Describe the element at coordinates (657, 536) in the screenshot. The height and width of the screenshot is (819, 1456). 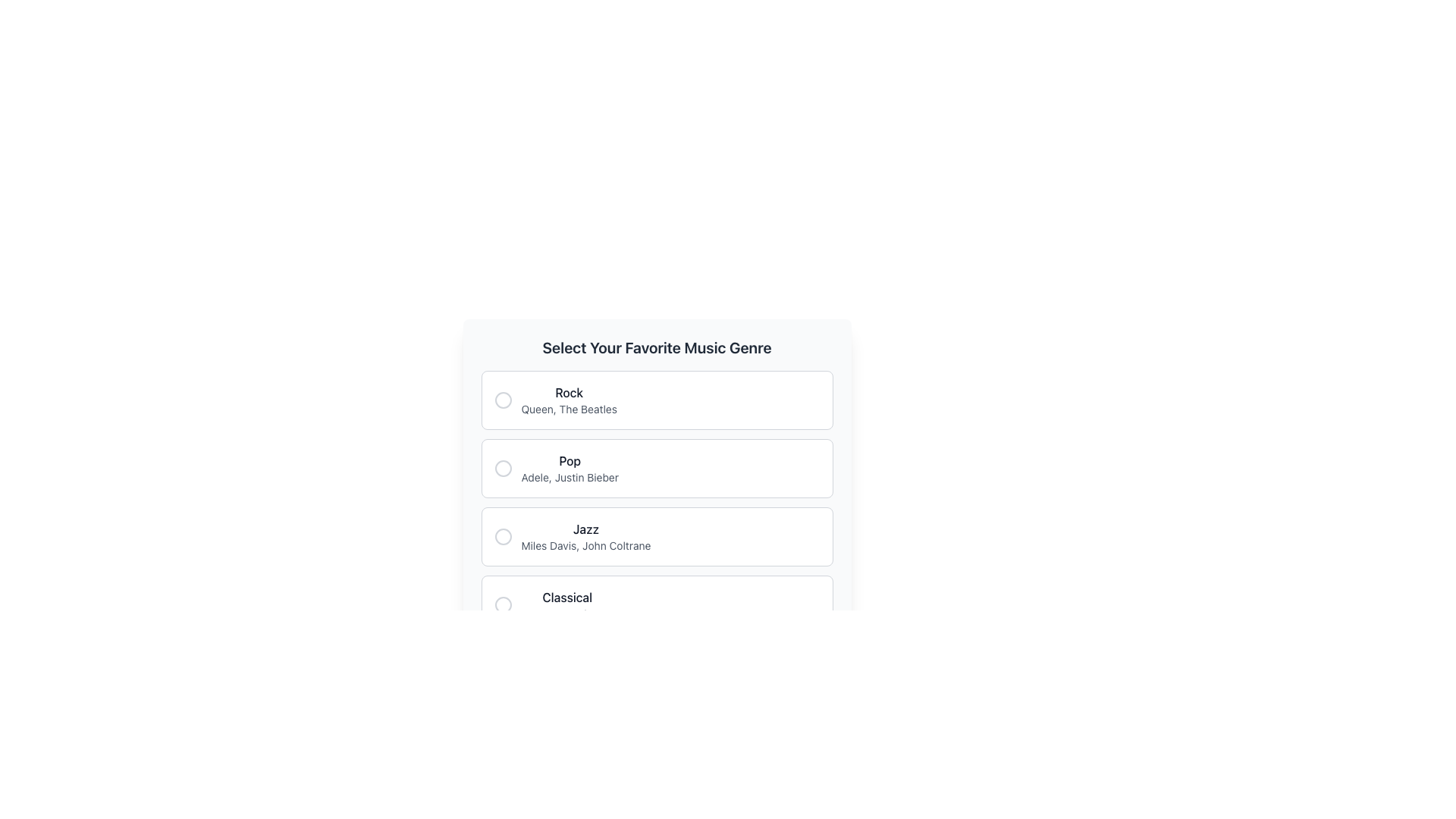
I see `the 'Jazz' music genre option in the selectable list, which is positioned between 'Pop' and 'Classical'` at that location.